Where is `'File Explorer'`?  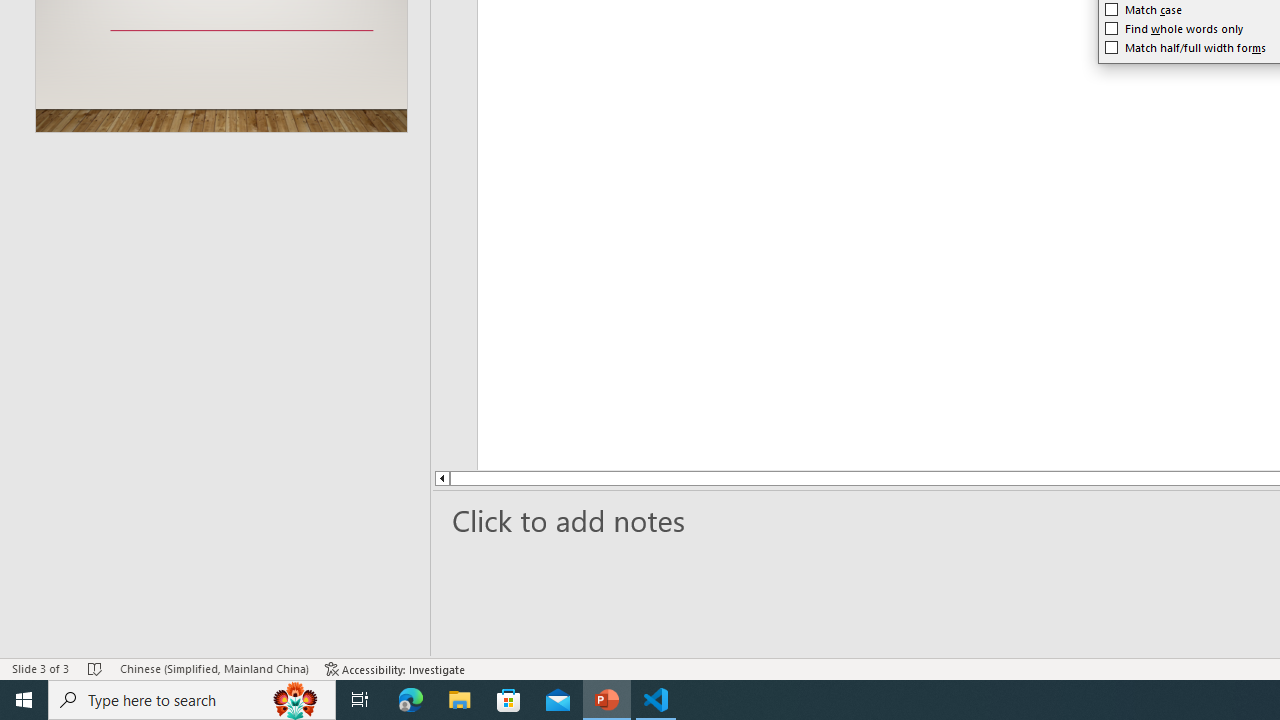 'File Explorer' is located at coordinates (459, 698).